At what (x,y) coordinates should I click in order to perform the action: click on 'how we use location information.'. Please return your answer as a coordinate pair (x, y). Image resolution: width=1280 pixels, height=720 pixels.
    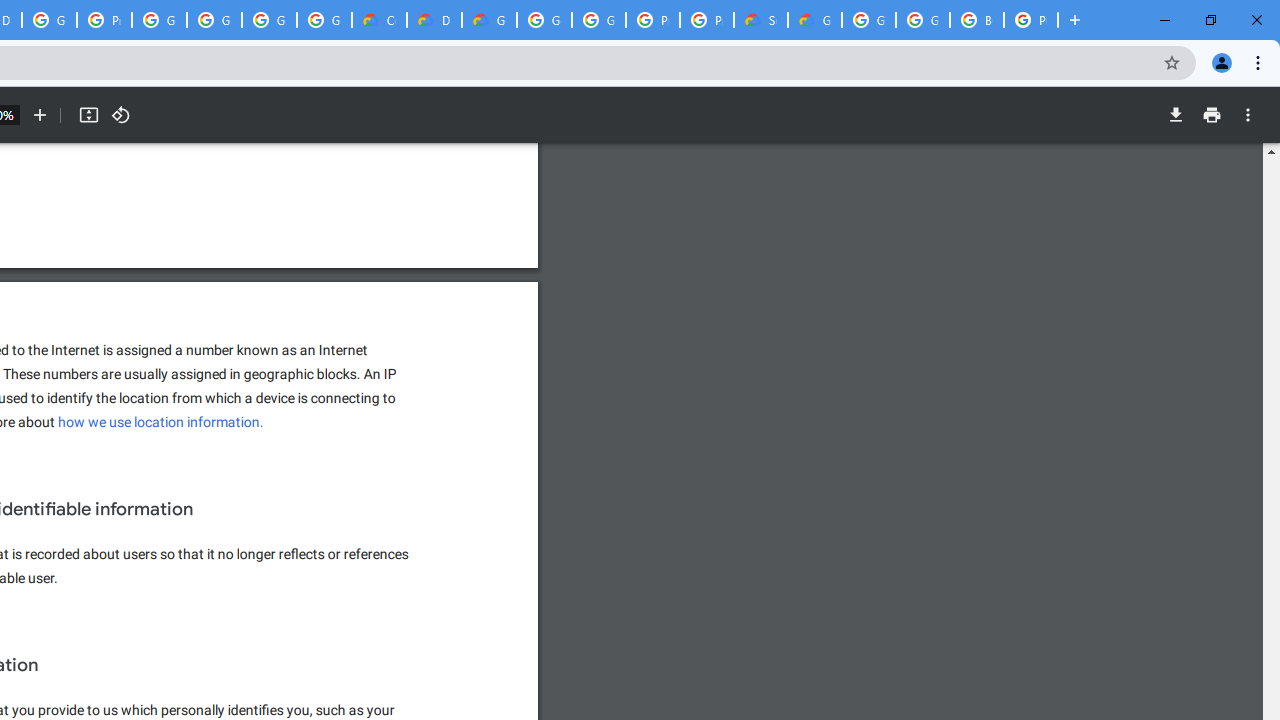
    Looking at the image, I should click on (161, 421).